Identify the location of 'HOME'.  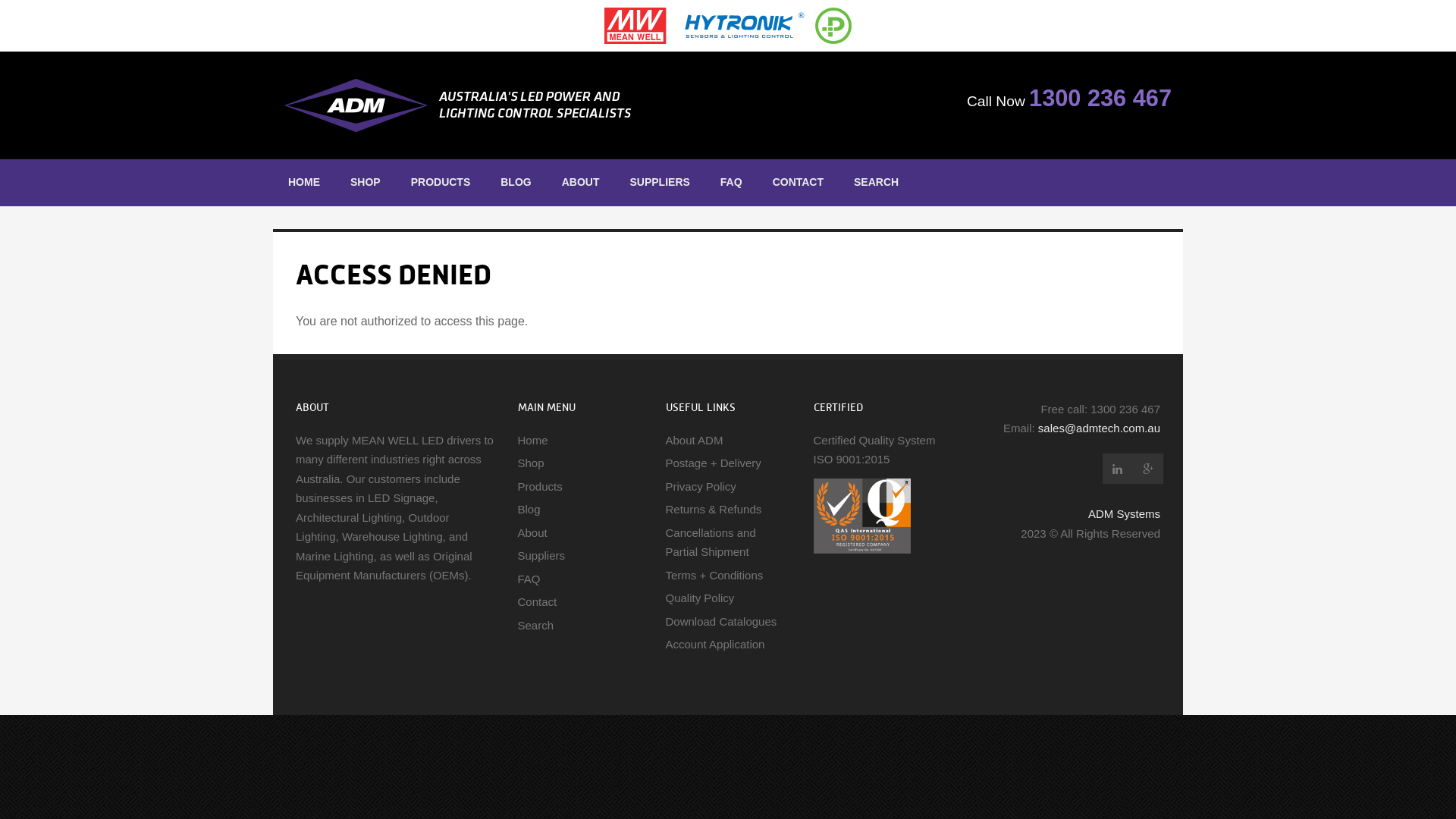
(273, 181).